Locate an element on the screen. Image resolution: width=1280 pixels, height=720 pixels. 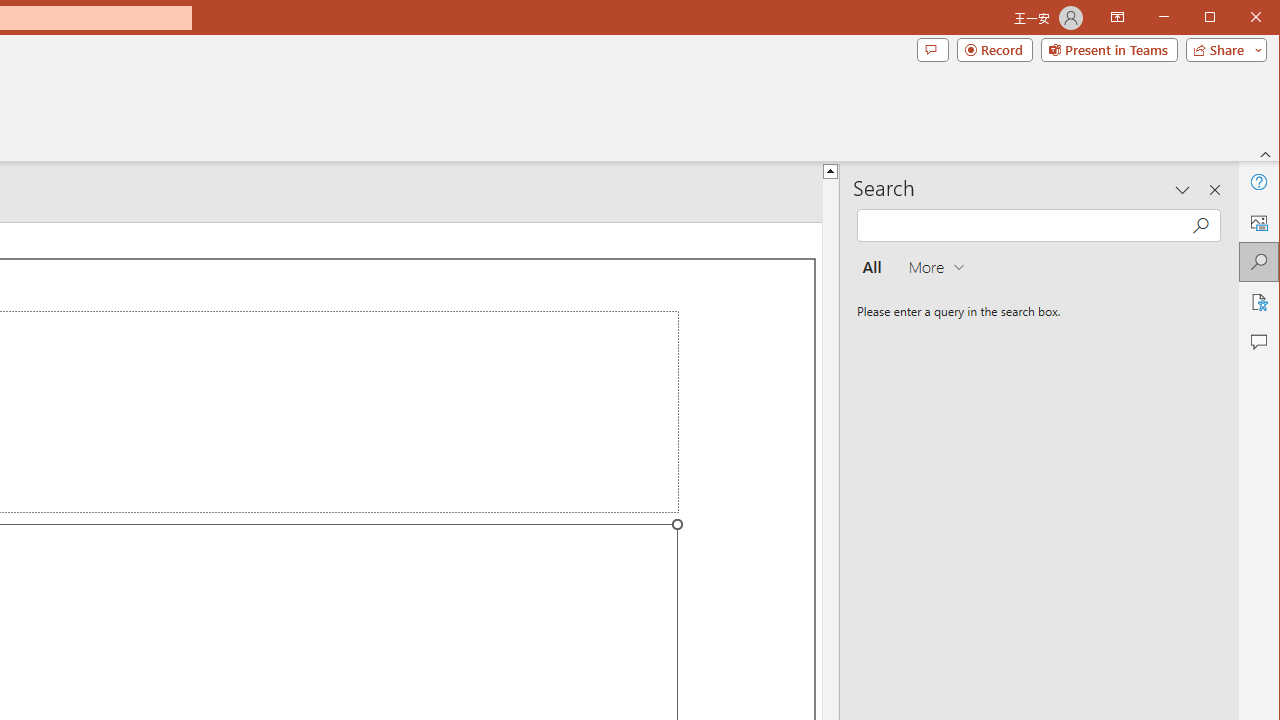
'Close pane' is located at coordinates (1214, 190).